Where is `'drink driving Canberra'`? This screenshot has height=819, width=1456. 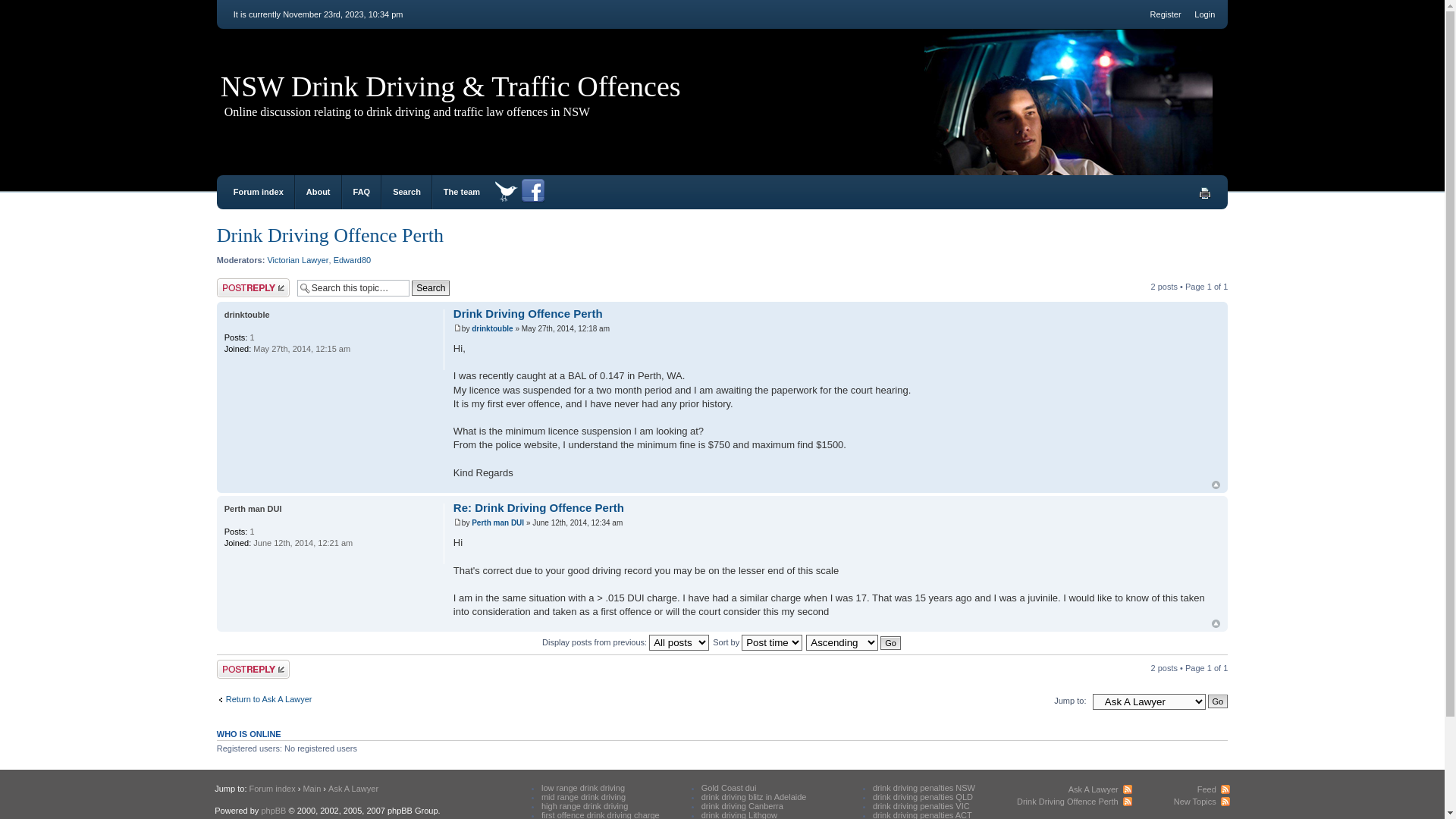 'drink driving Canberra' is located at coordinates (742, 805).